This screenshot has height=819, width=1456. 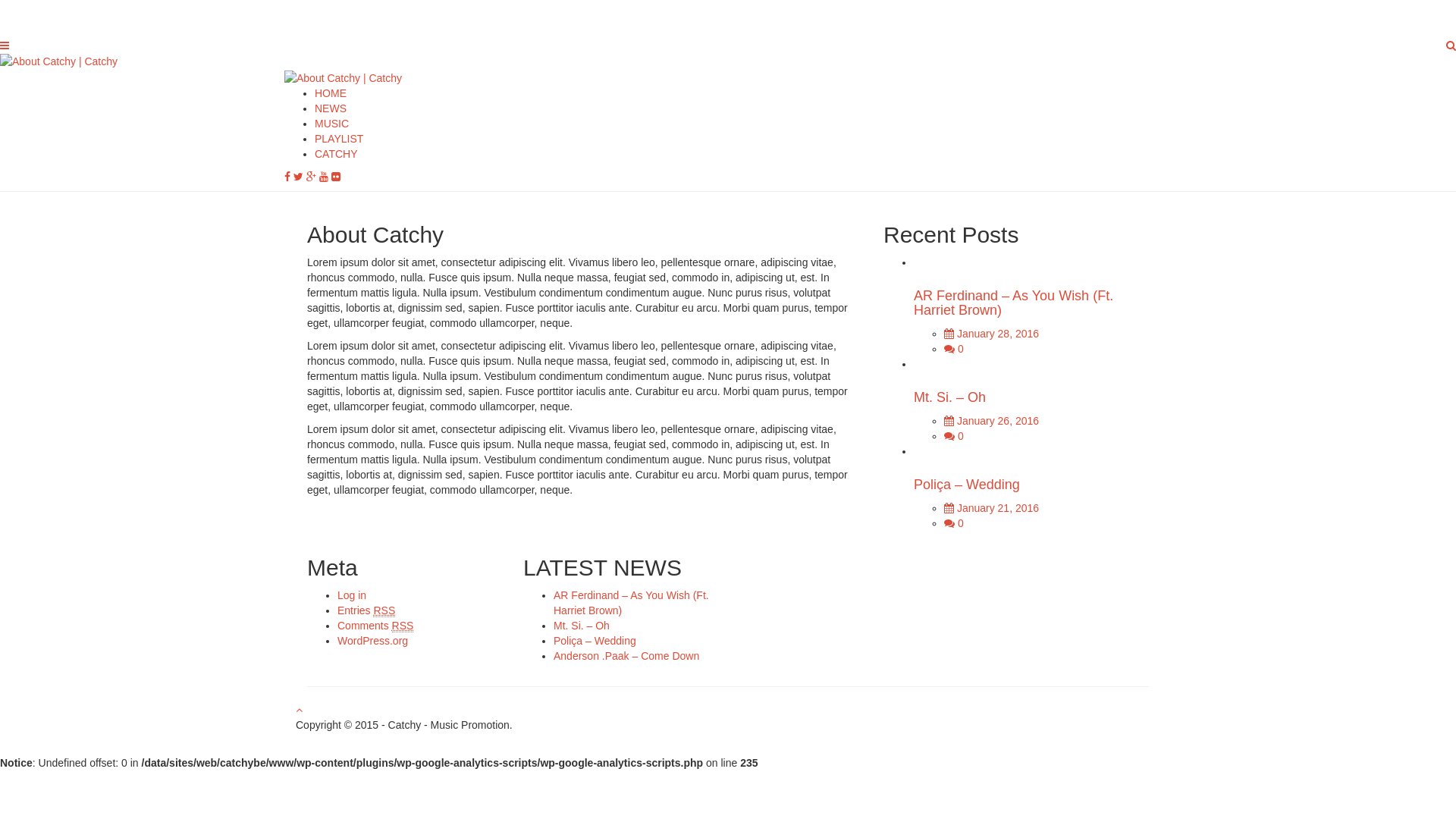 What do you see at coordinates (991, 508) in the screenshot?
I see `'January 21, 2016'` at bounding box center [991, 508].